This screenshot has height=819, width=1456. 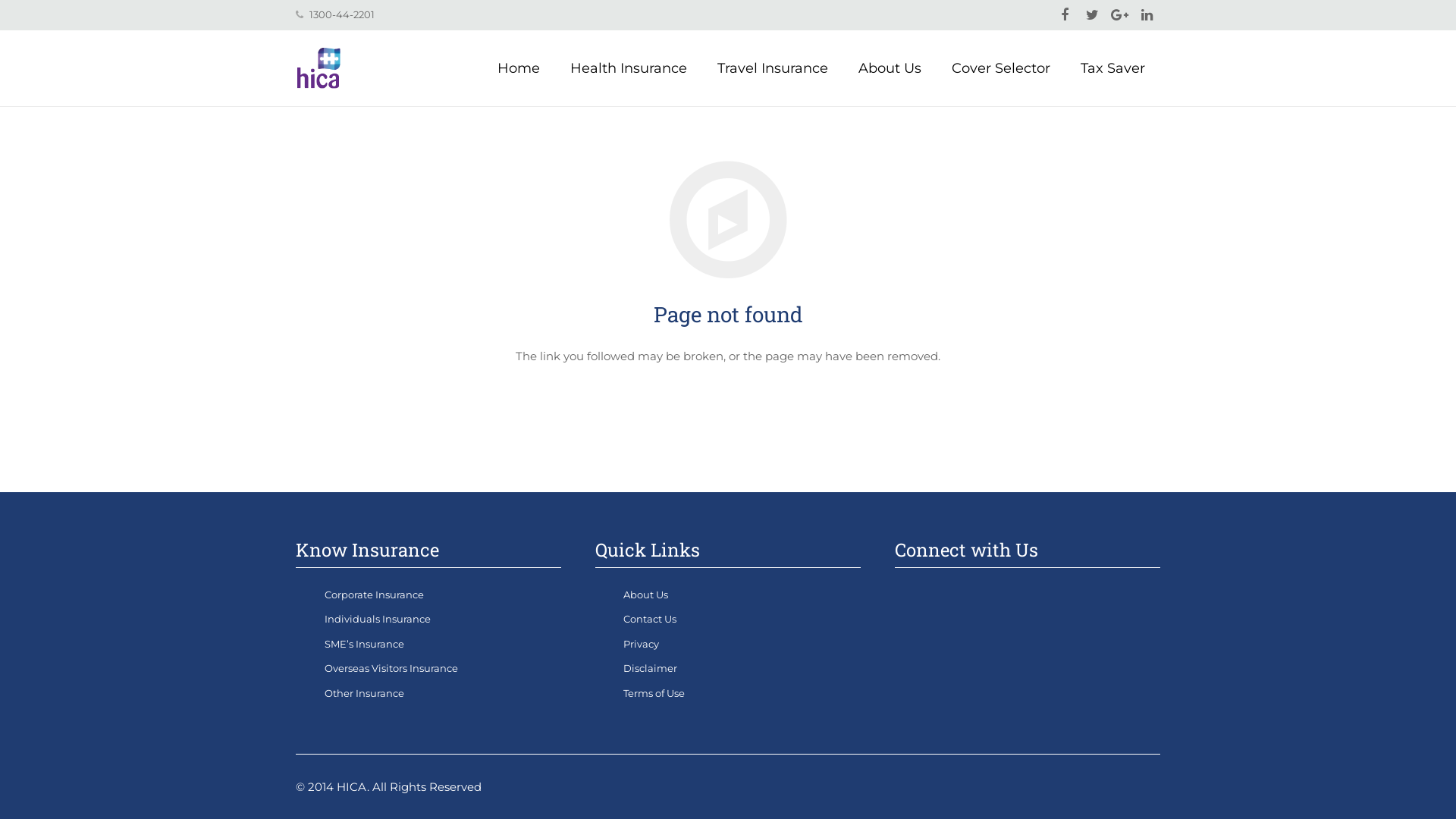 I want to click on 'Health Insurance', so click(x=629, y=67).